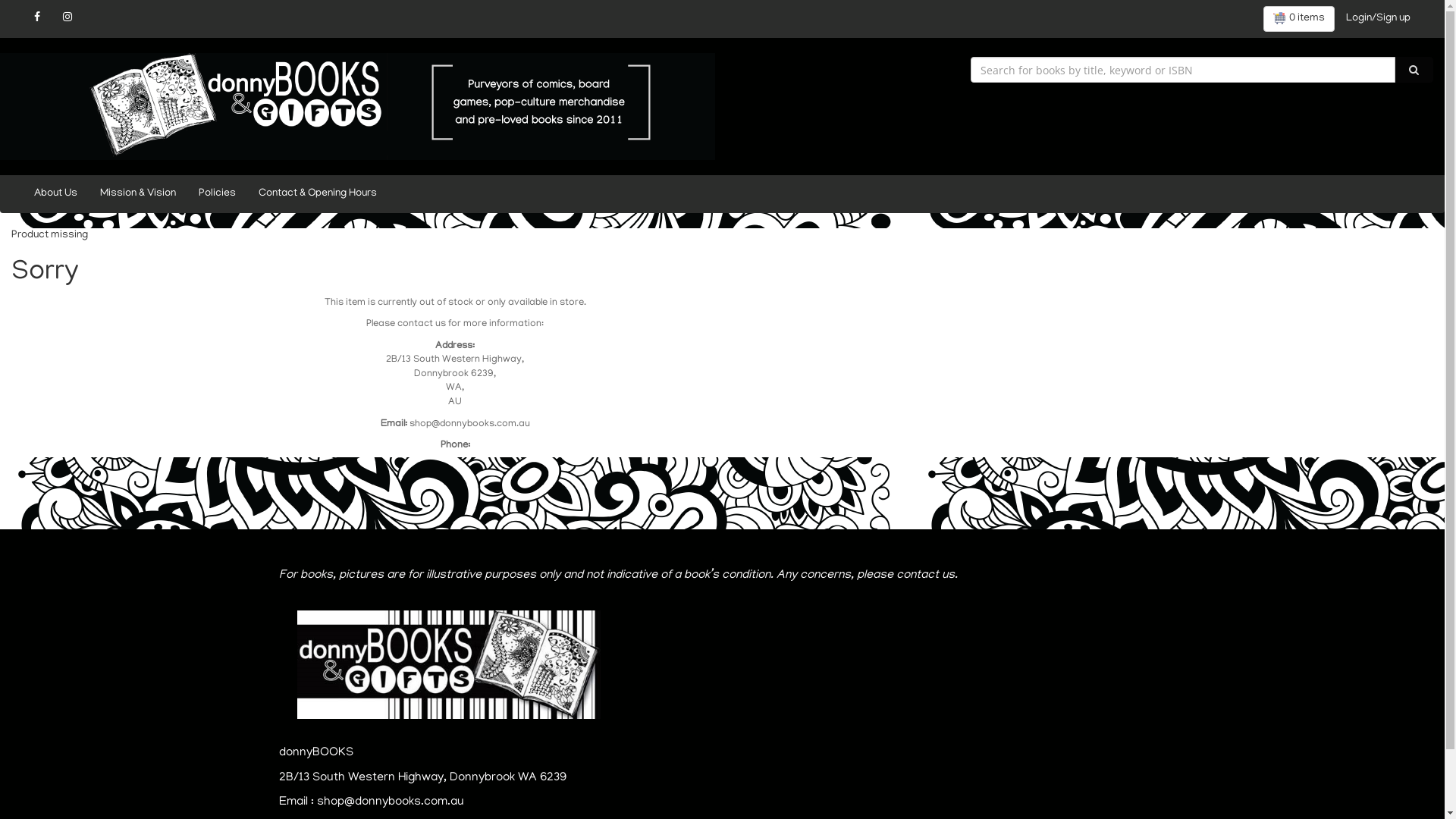  Describe the element at coordinates (316, 193) in the screenshot. I see `'Contact & Opening Hours'` at that location.